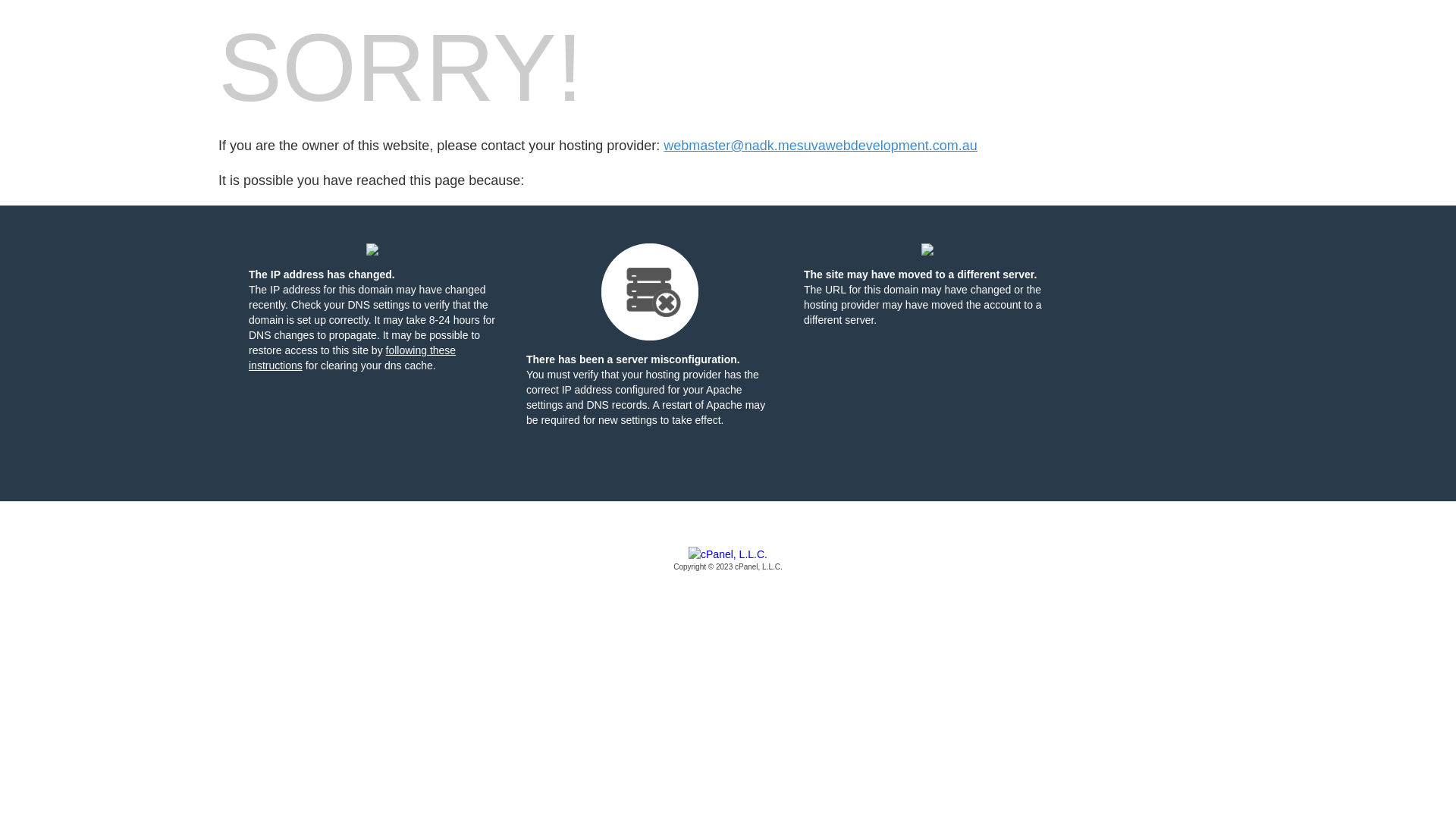  Describe the element at coordinates (819, 146) in the screenshot. I see `'webmaster@nadk.mesuvawebdevelopment.com.au'` at that location.